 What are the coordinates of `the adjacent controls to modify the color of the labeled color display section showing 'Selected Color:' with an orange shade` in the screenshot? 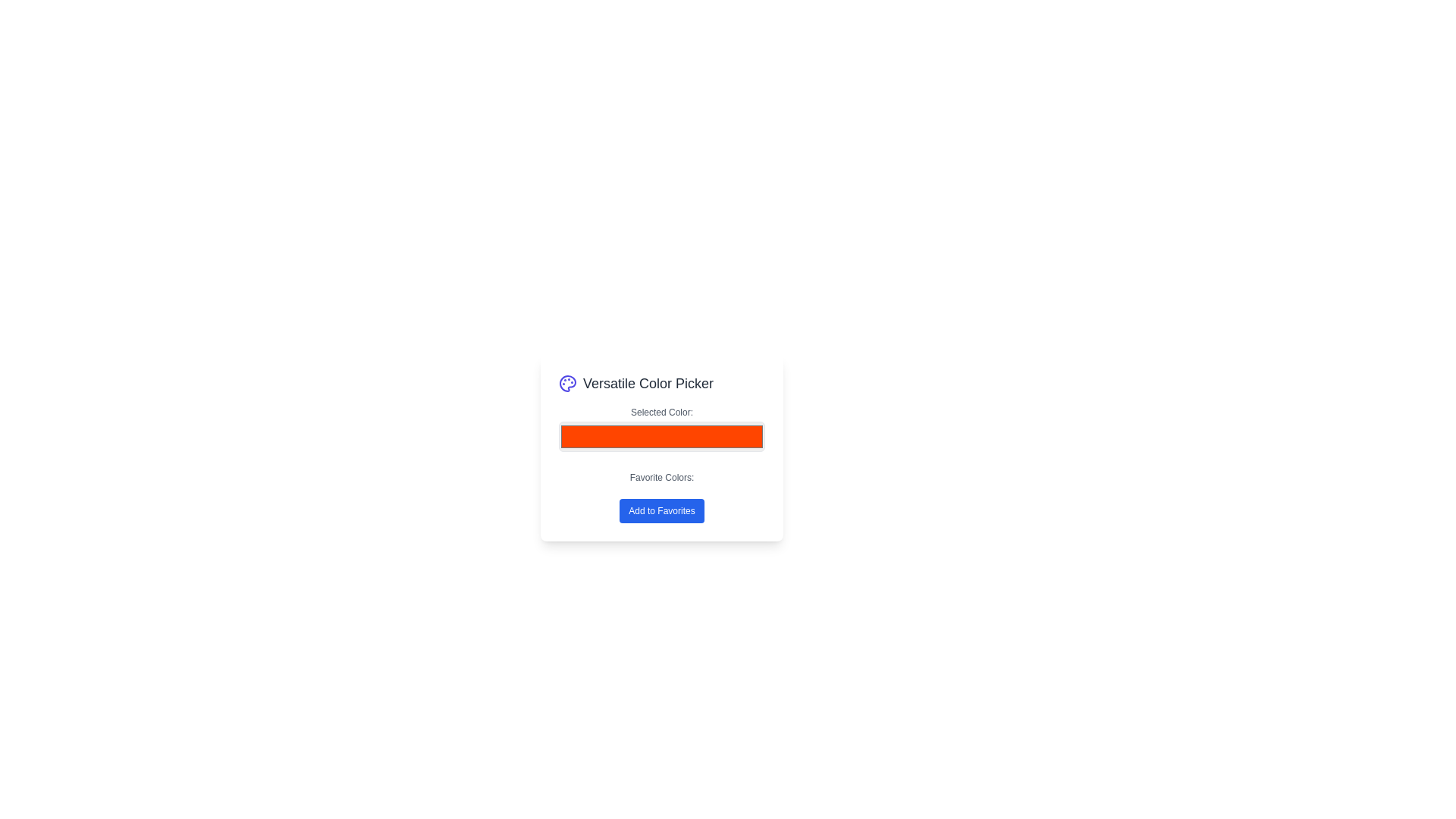 It's located at (662, 430).